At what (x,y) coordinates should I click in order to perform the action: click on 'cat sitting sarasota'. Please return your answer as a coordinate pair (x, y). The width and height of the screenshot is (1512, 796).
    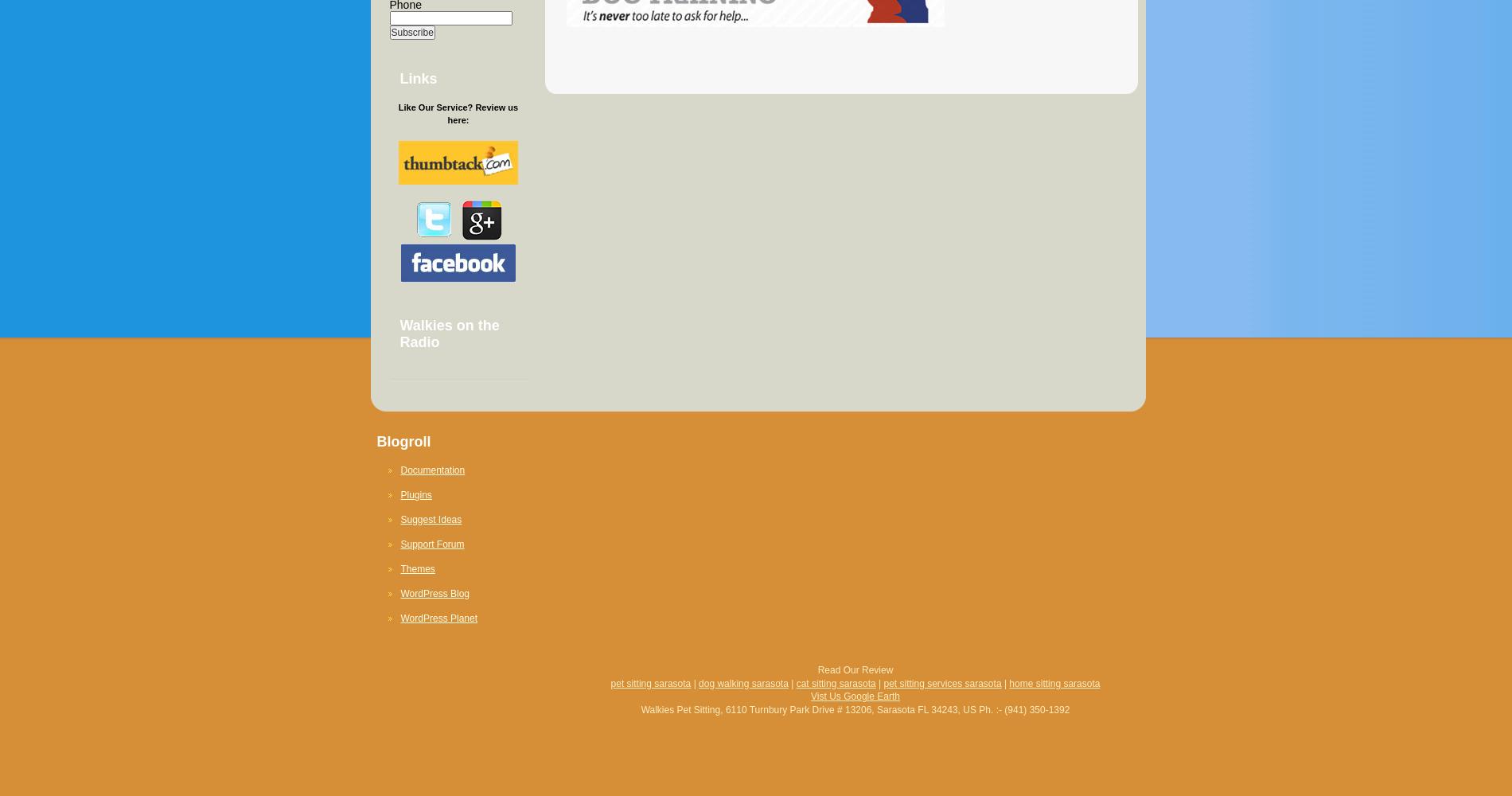
    Looking at the image, I should click on (835, 682).